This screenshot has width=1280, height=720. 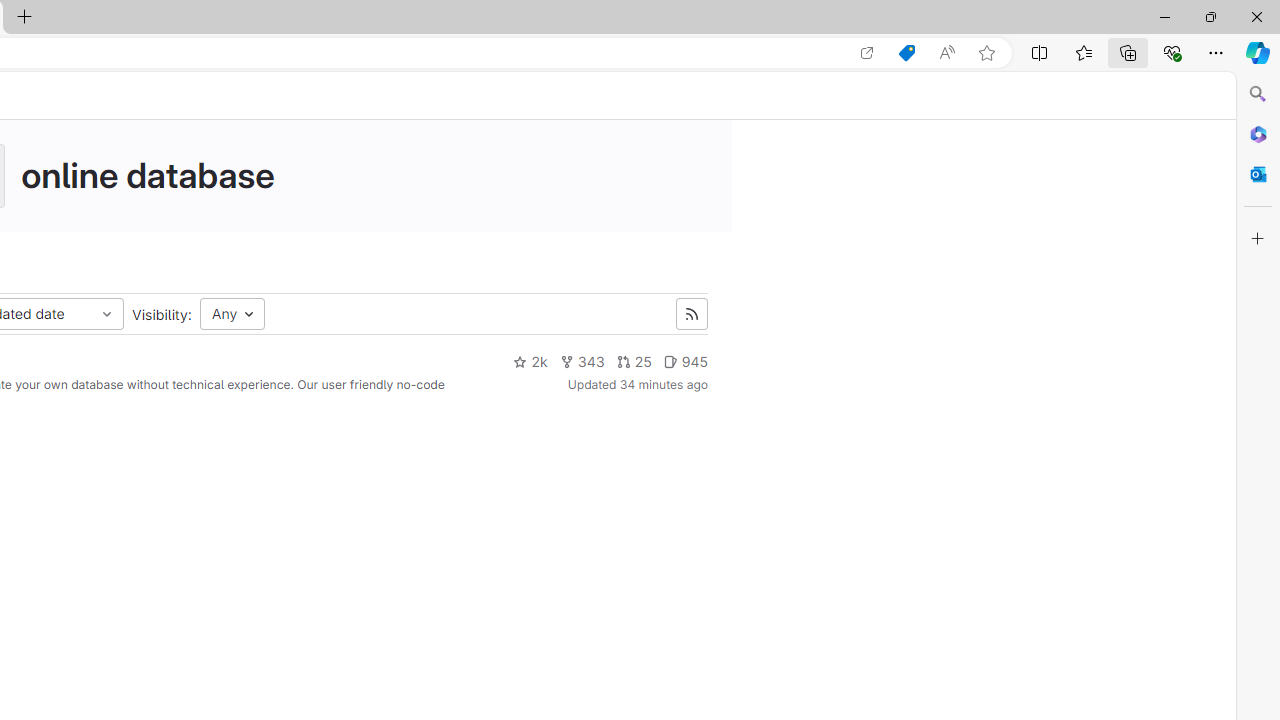 What do you see at coordinates (232, 314) in the screenshot?
I see `'Any'` at bounding box center [232, 314].